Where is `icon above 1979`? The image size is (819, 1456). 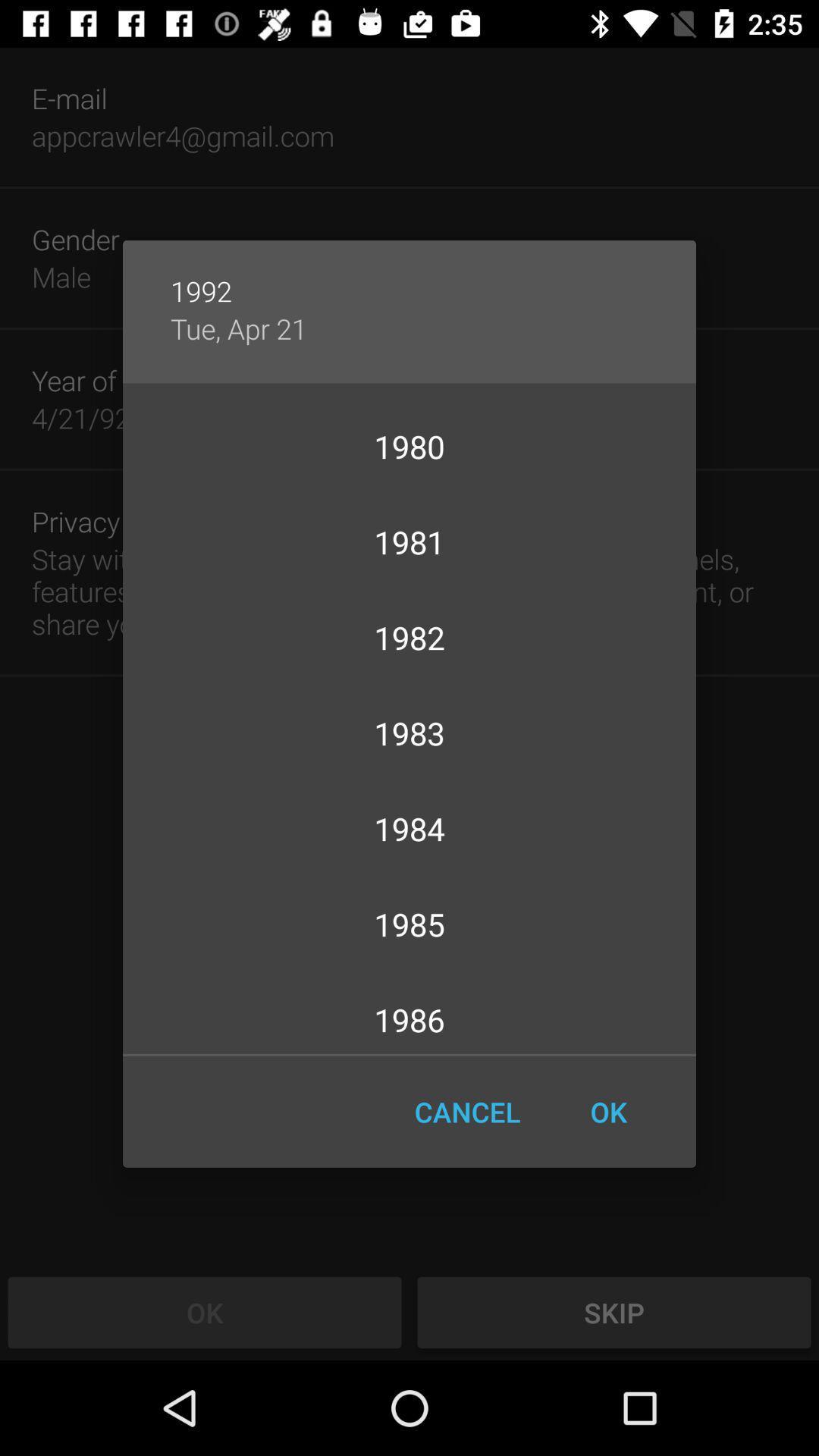 icon above 1979 is located at coordinates (239, 328).